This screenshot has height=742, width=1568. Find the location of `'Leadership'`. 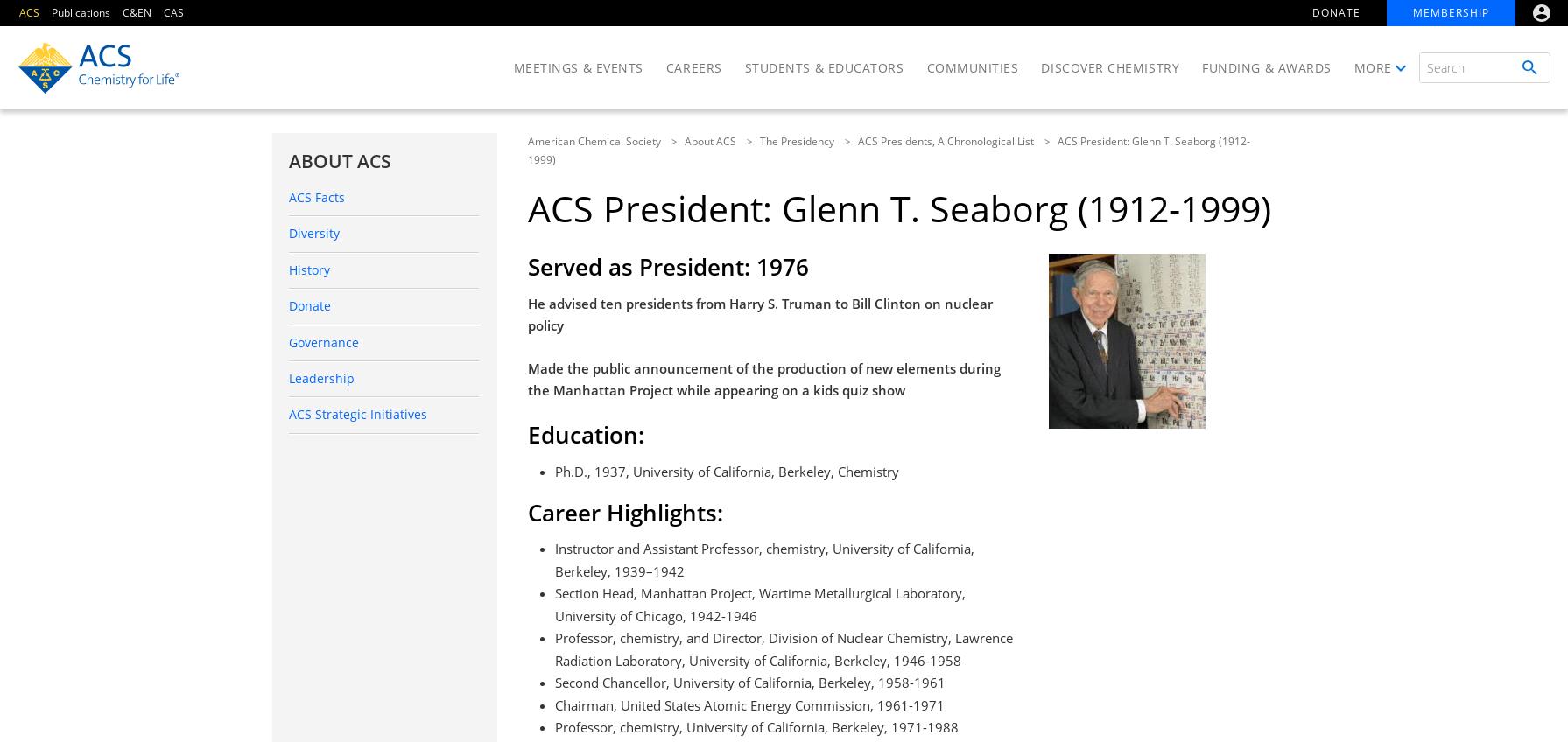

'Leadership' is located at coordinates (320, 376).